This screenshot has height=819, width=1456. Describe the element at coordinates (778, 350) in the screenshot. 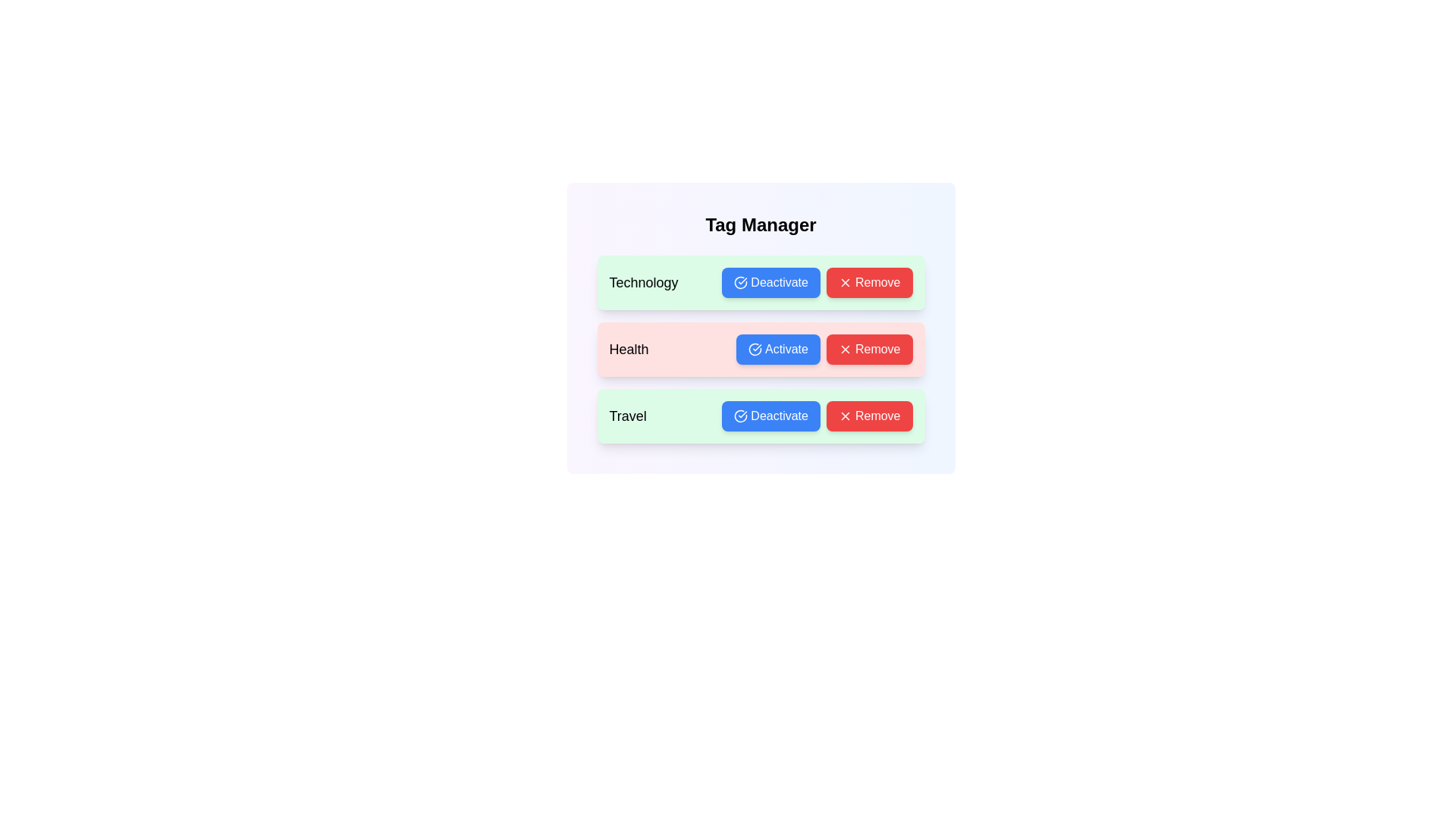

I see `the tag with name Health` at that location.